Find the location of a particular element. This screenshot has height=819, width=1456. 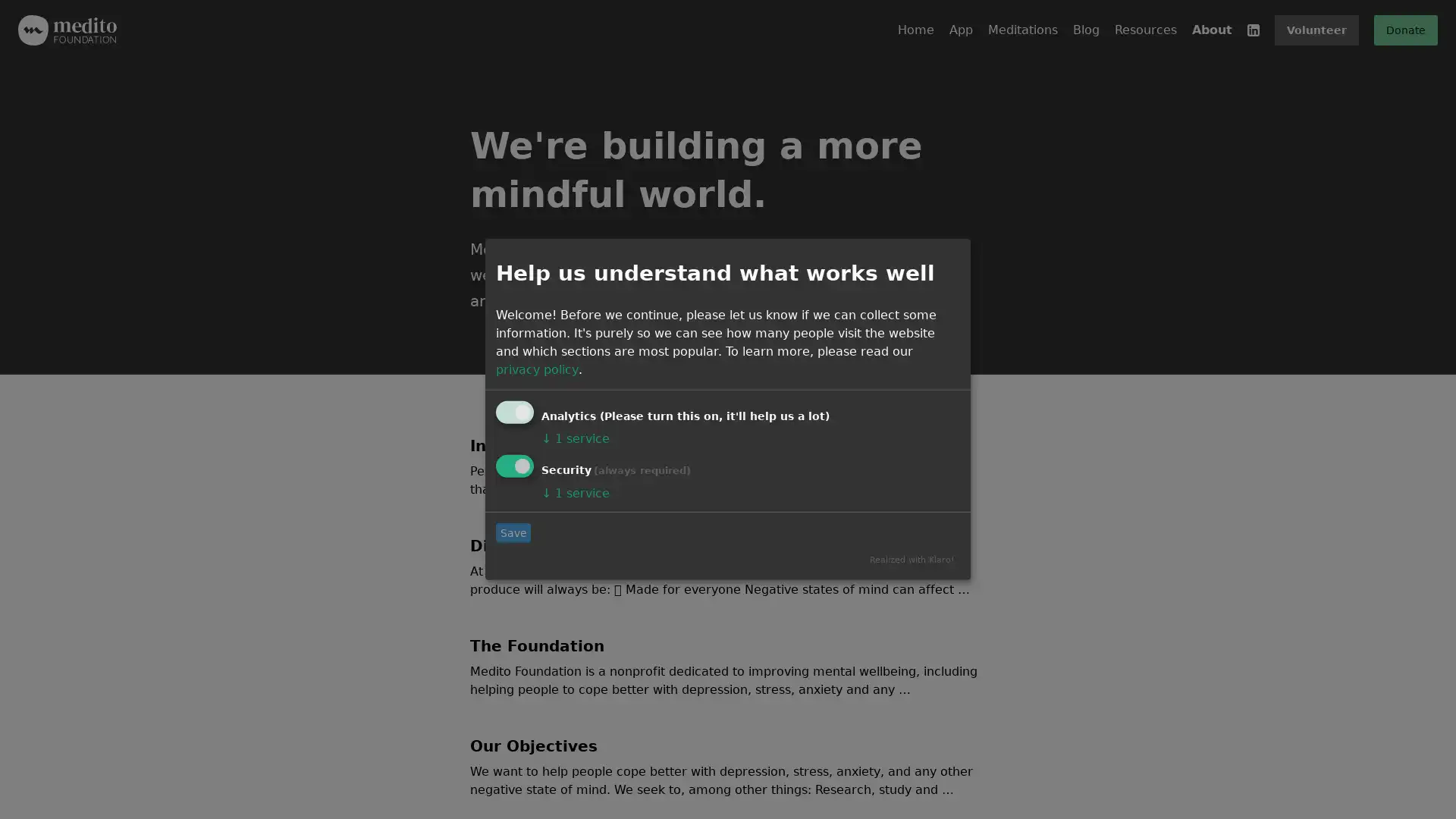

Donate is located at coordinates (1404, 30).